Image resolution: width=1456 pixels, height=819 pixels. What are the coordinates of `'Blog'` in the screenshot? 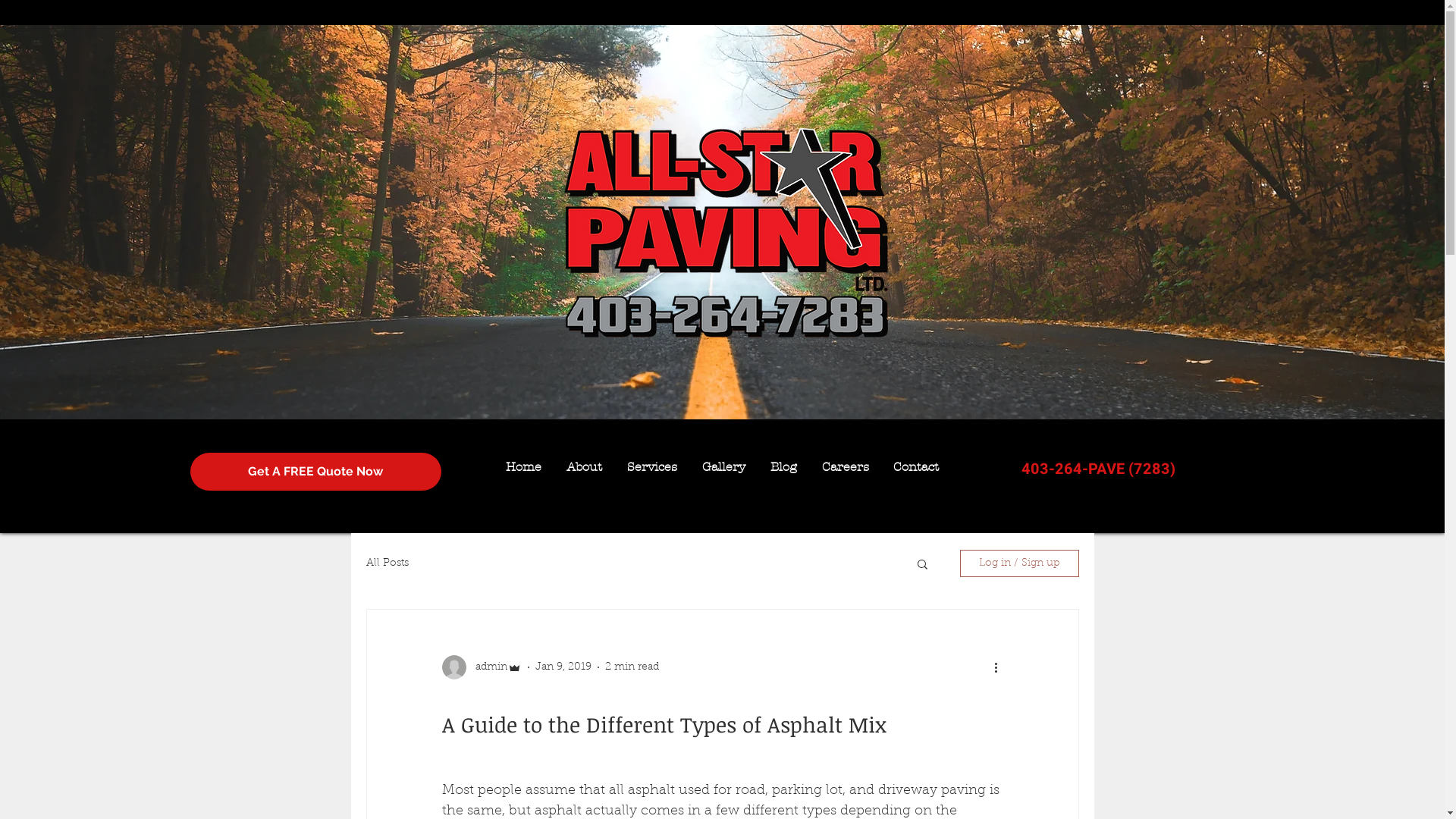 It's located at (783, 466).